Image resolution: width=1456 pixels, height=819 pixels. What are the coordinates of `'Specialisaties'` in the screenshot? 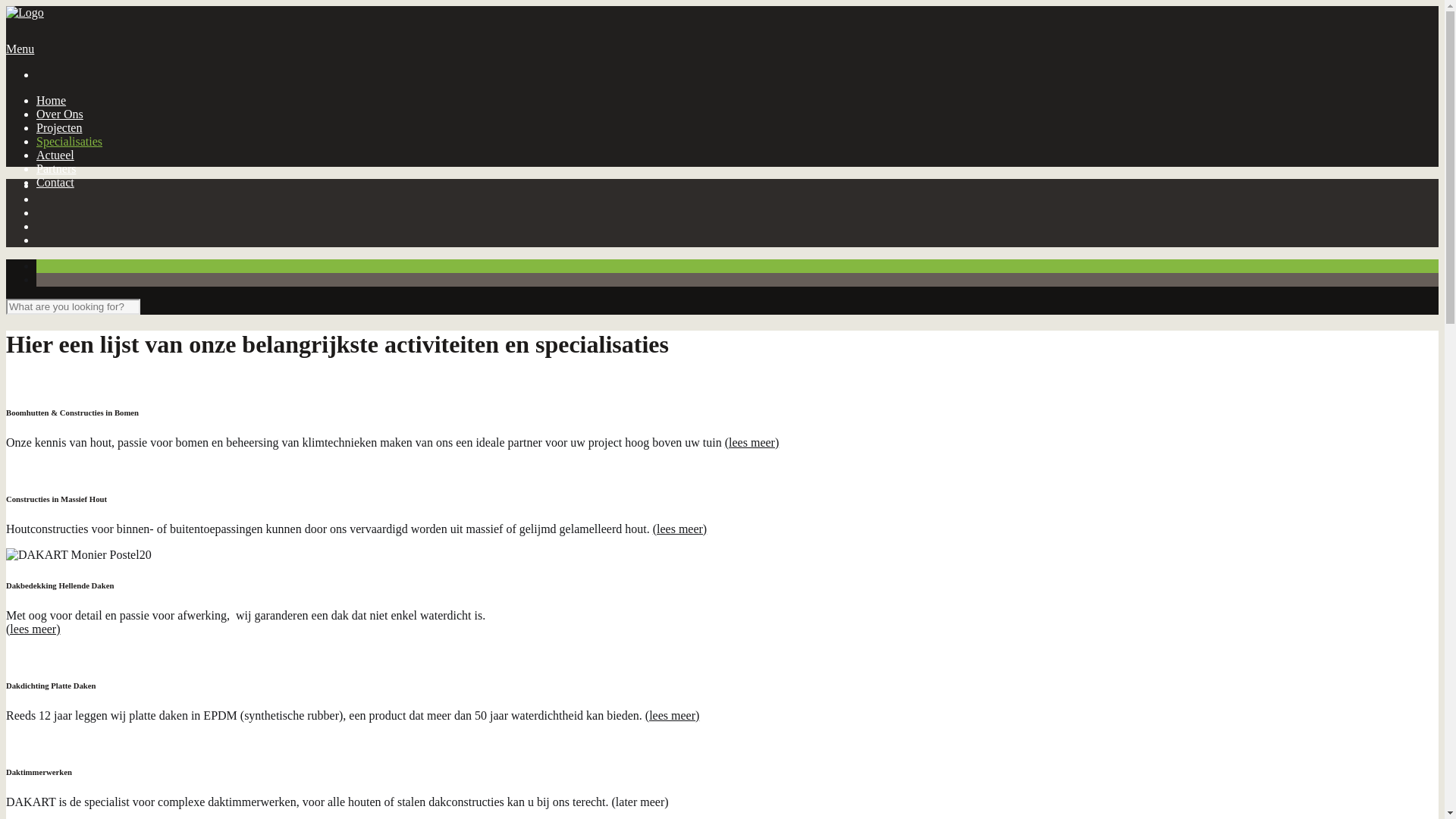 It's located at (68, 141).